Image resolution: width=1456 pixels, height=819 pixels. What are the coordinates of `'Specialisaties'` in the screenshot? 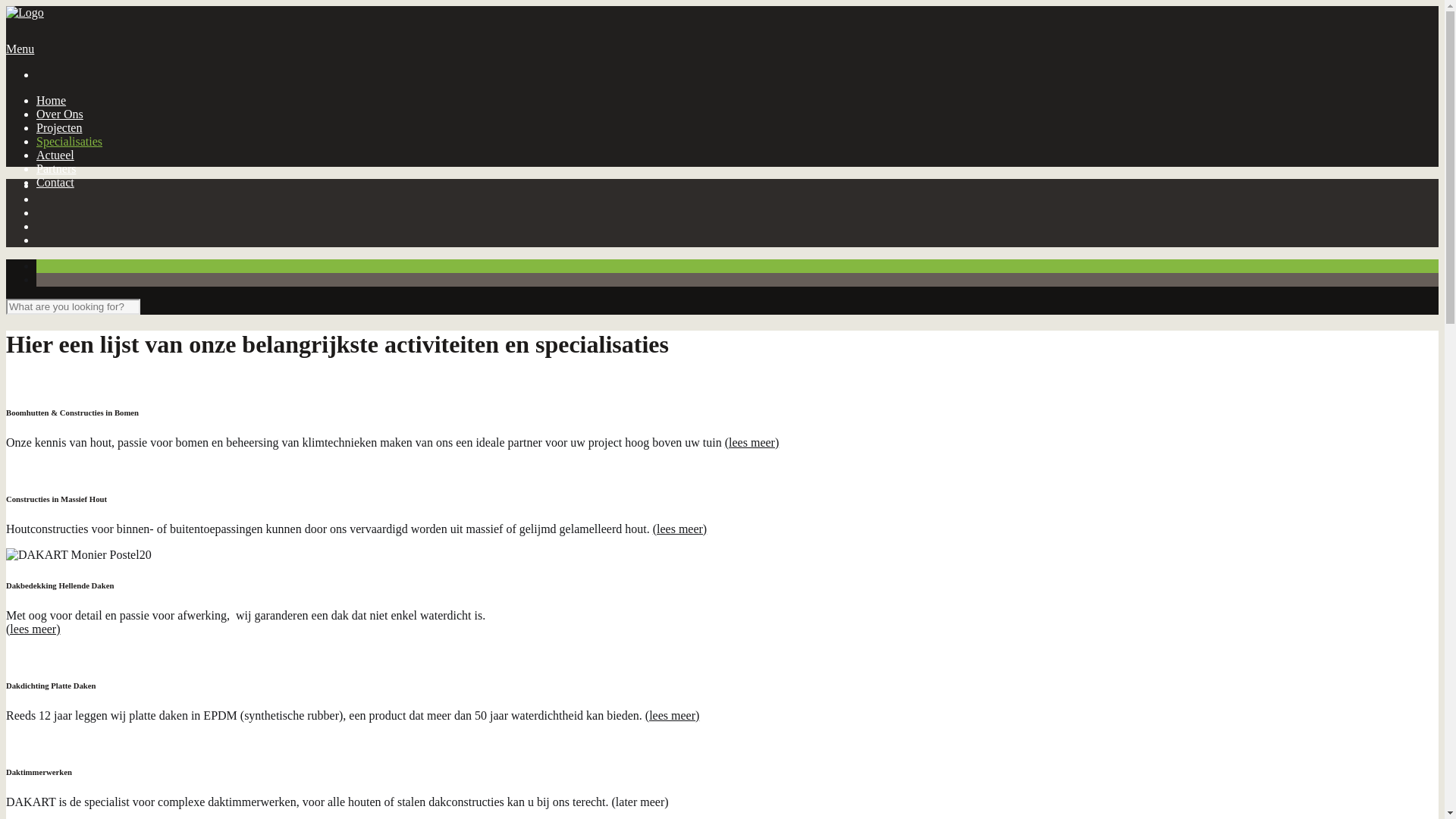 It's located at (68, 141).